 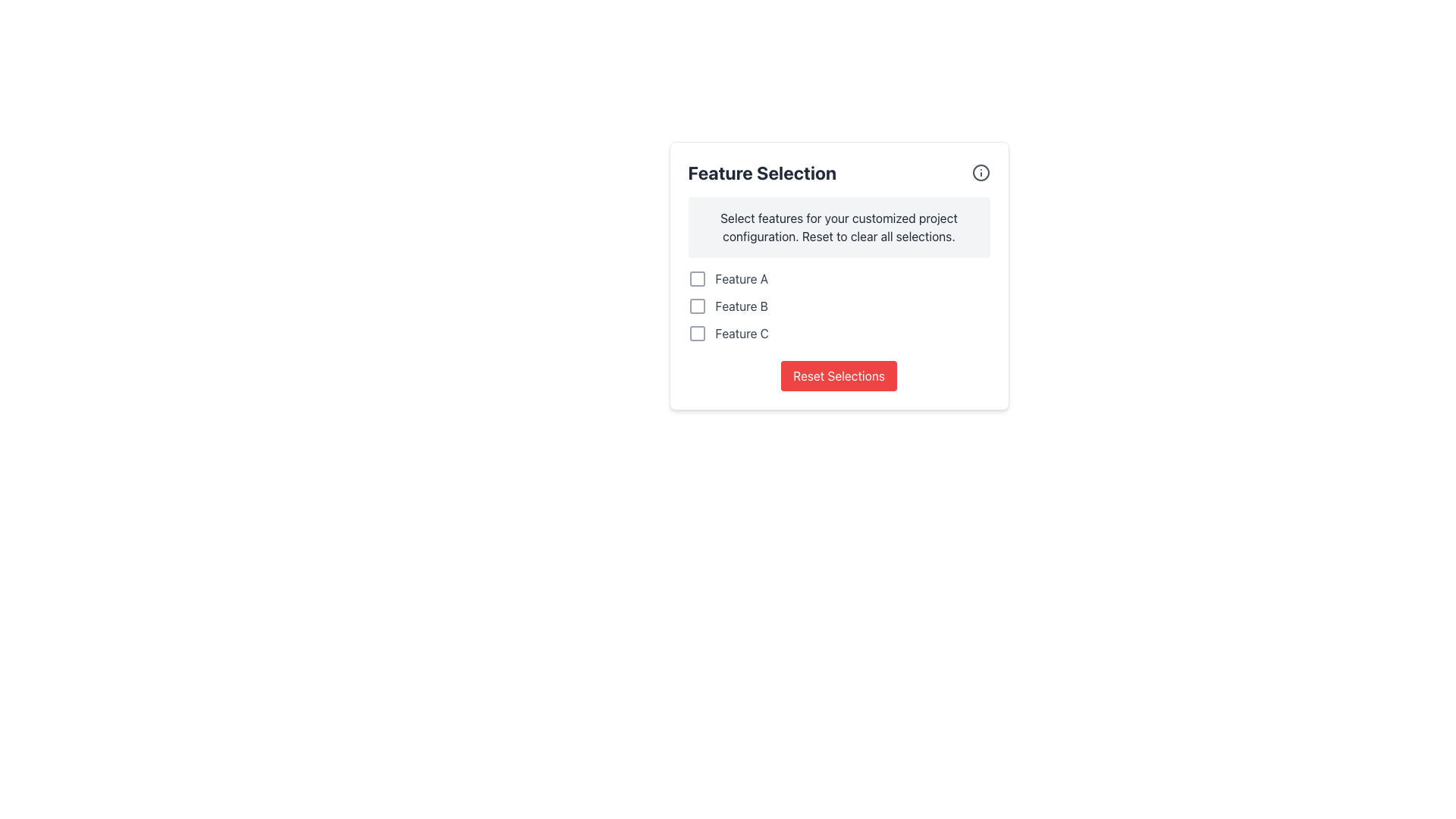 I want to click on the checkbox square located within the 24x24 icon frame to indicate focus, which is positioned to the left of the text label 'Feature A', so click(x=696, y=278).